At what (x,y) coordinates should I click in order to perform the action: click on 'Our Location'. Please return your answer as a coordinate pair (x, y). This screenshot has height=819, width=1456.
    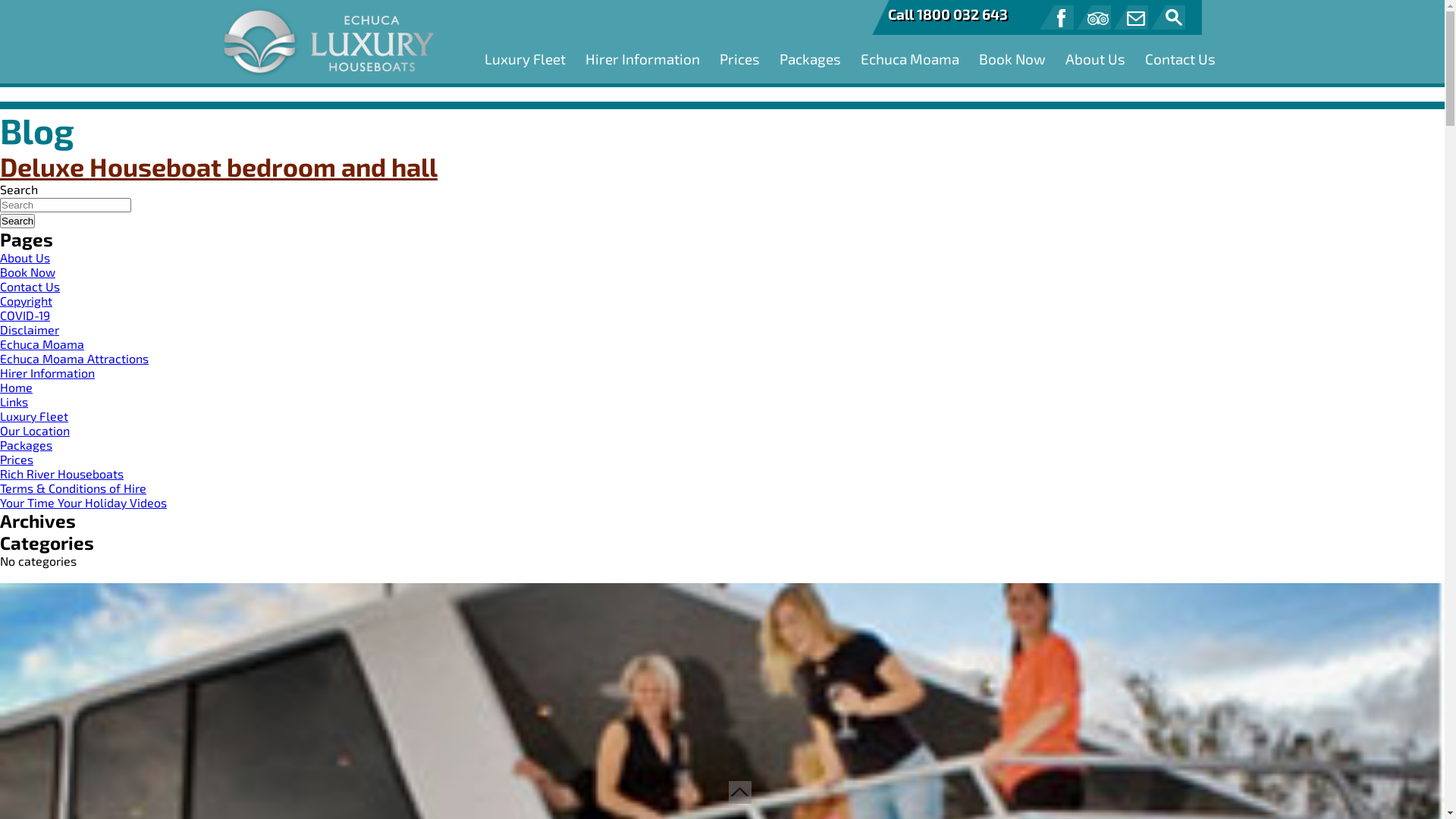
    Looking at the image, I should click on (0, 430).